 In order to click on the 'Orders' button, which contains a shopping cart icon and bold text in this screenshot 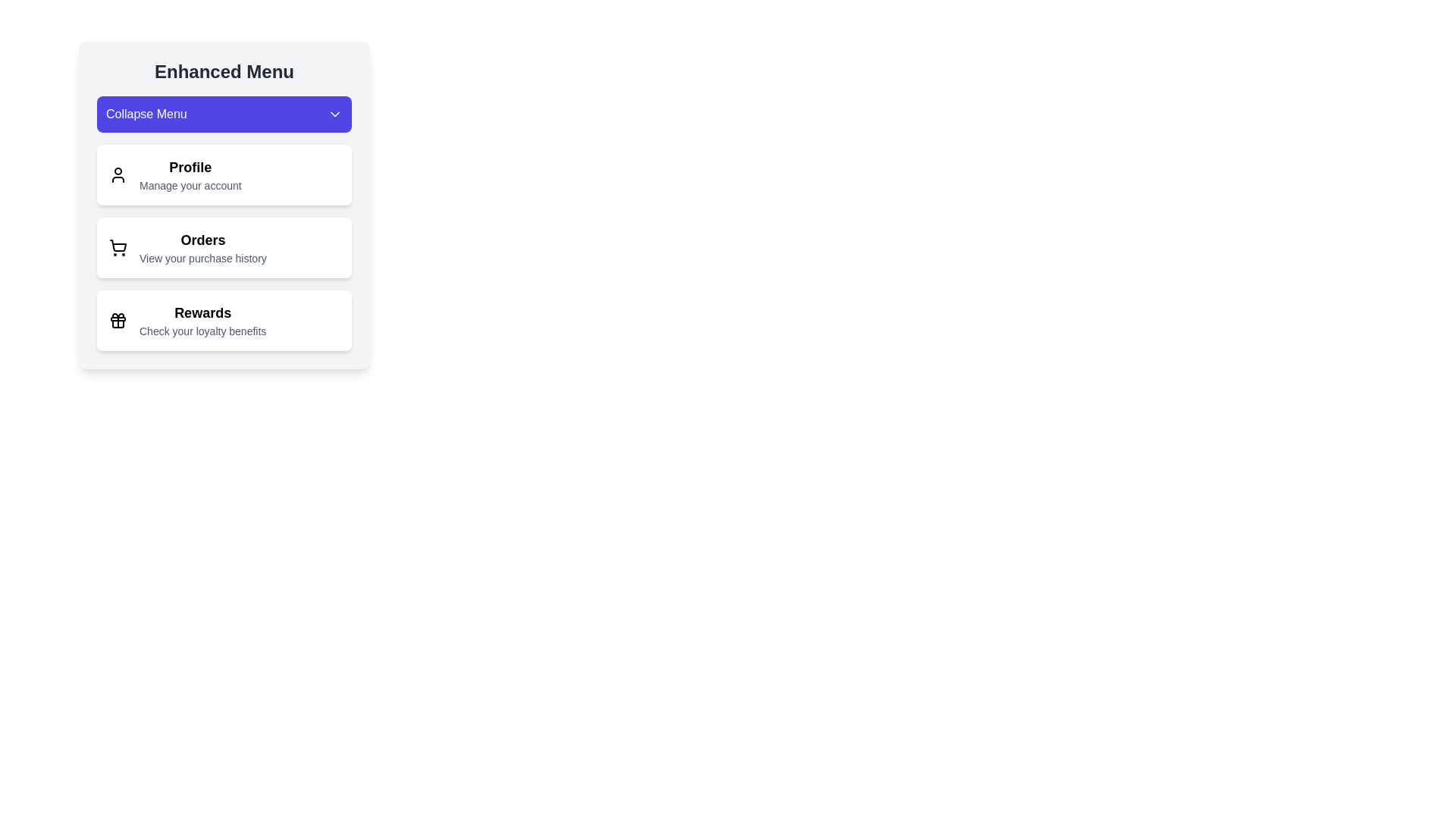, I will do `click(224, 247)`.